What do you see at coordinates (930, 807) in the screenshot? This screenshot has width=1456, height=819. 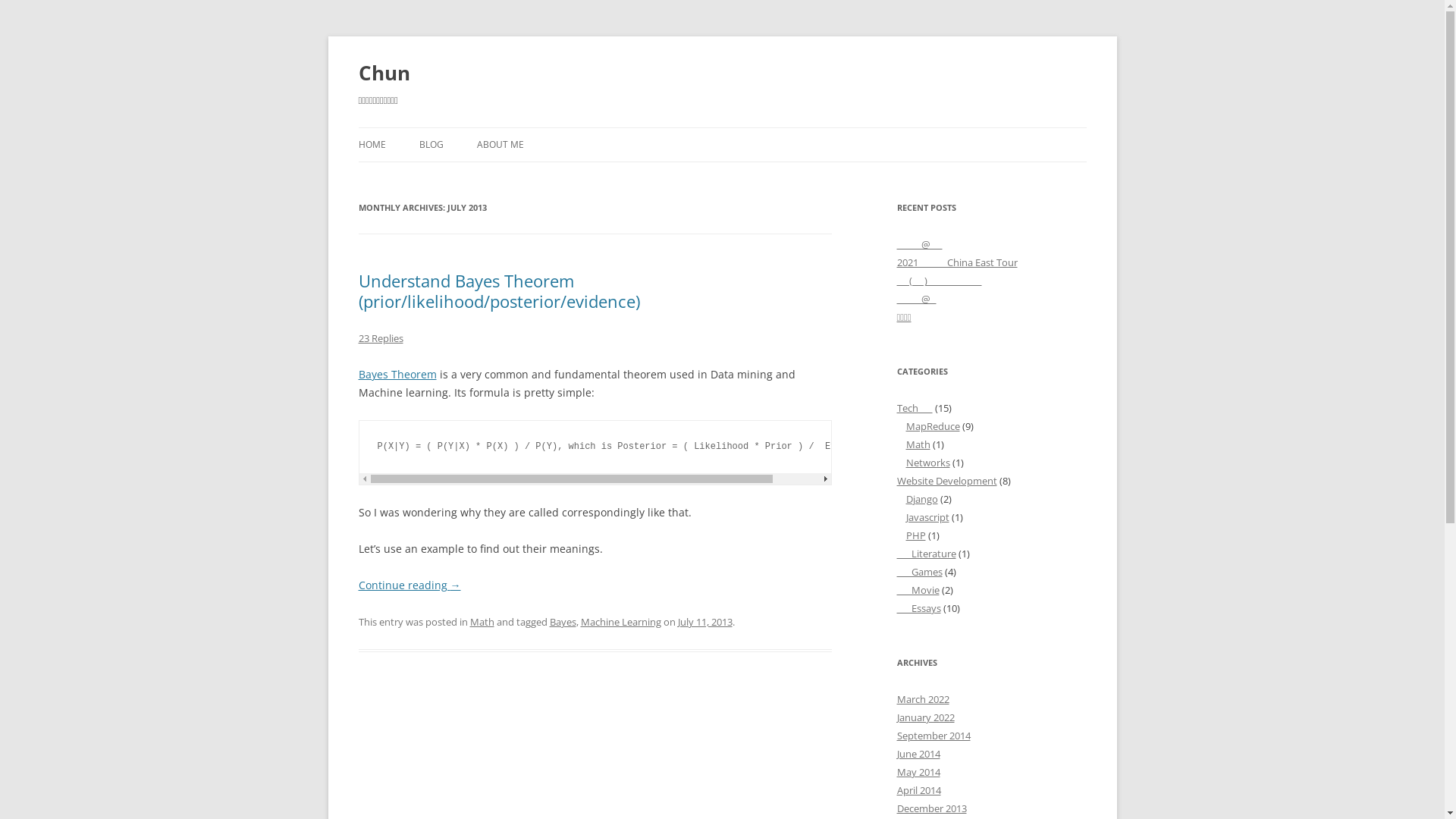 I see `'December 2013'` at bounding box center [930, 807].